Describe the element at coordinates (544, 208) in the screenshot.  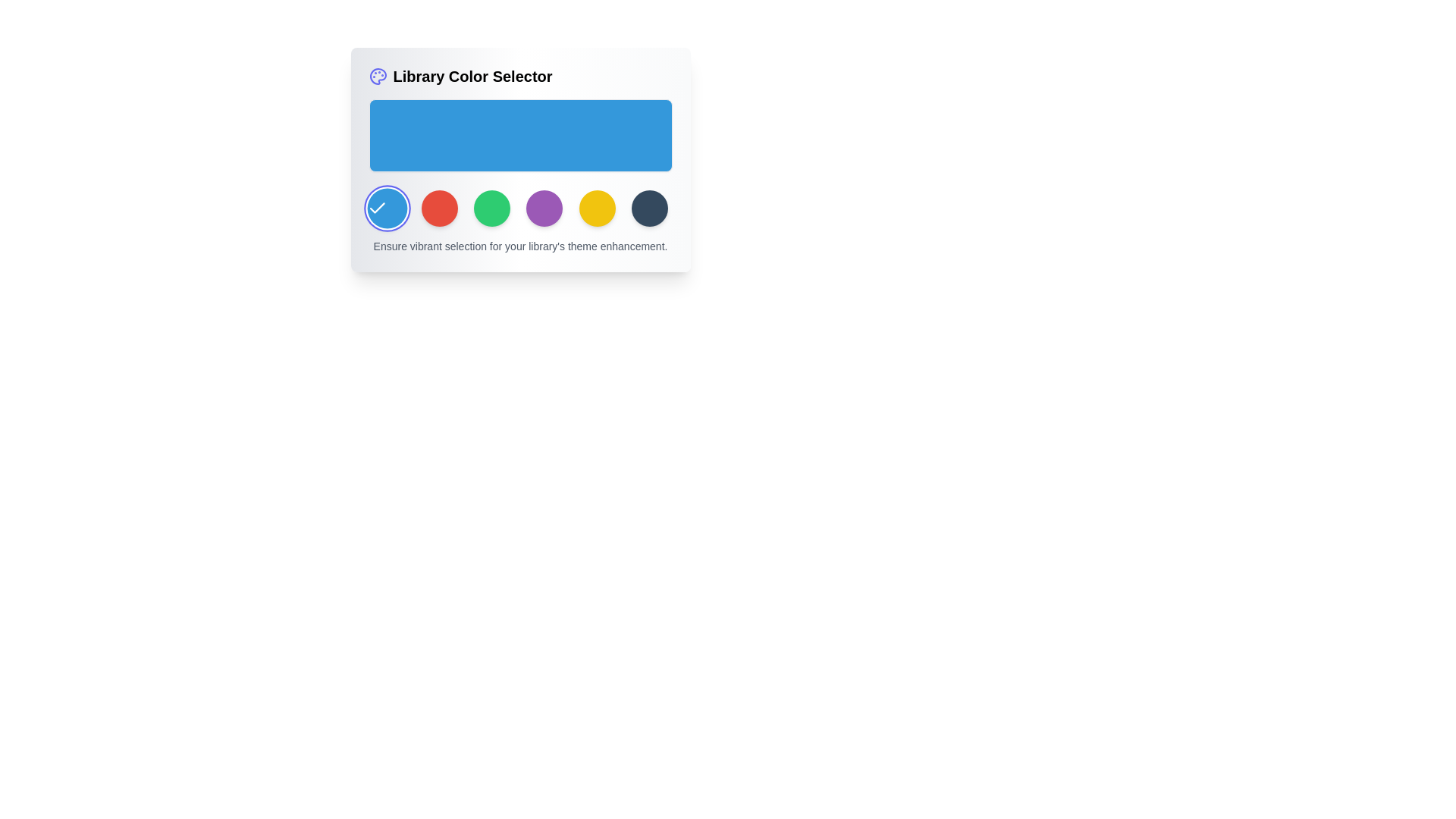
I see `the fifth button in the color selector interface` at that location.